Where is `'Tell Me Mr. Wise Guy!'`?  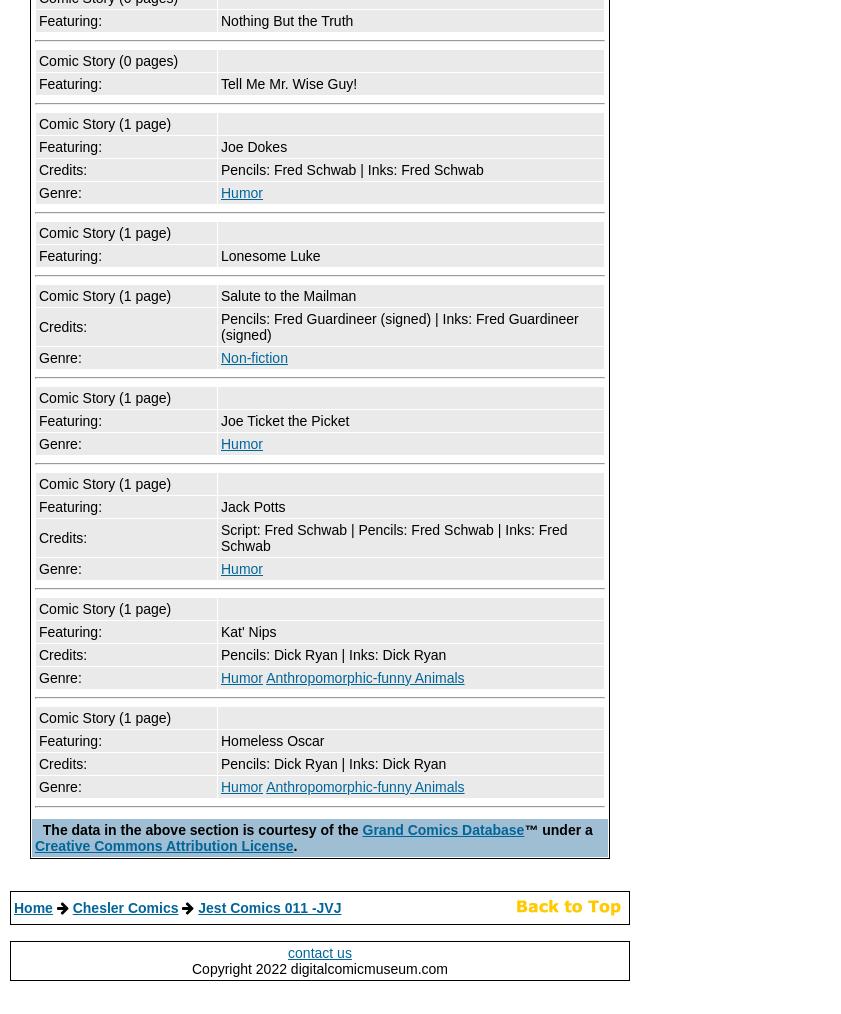 'Tell Me Mr. Wise Guy!' is located at coordinates (287, 82).